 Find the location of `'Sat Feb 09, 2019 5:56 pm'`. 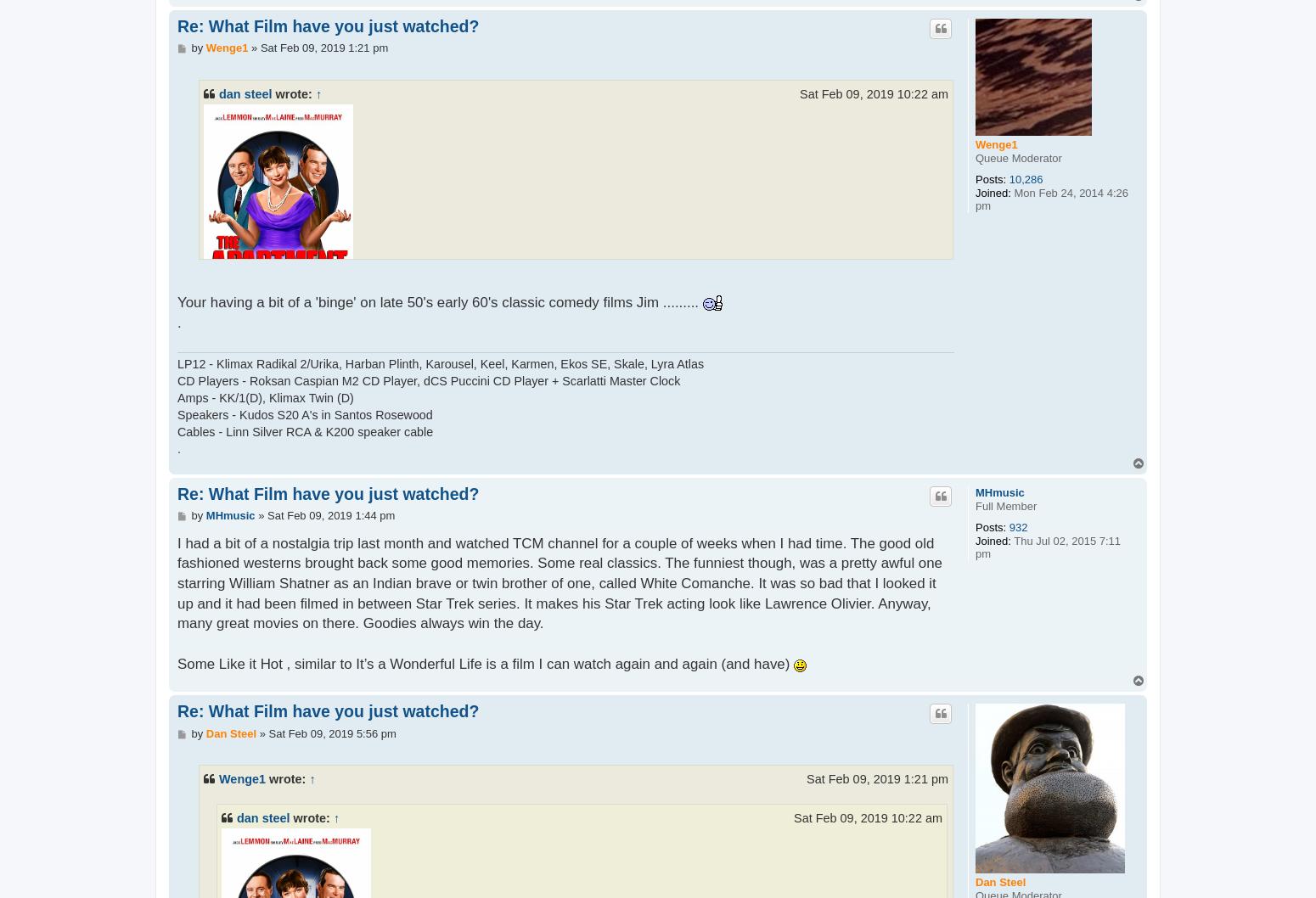

'Sat Feb 09, 2019 5:56 pm' is located at coordinates (332, 732).